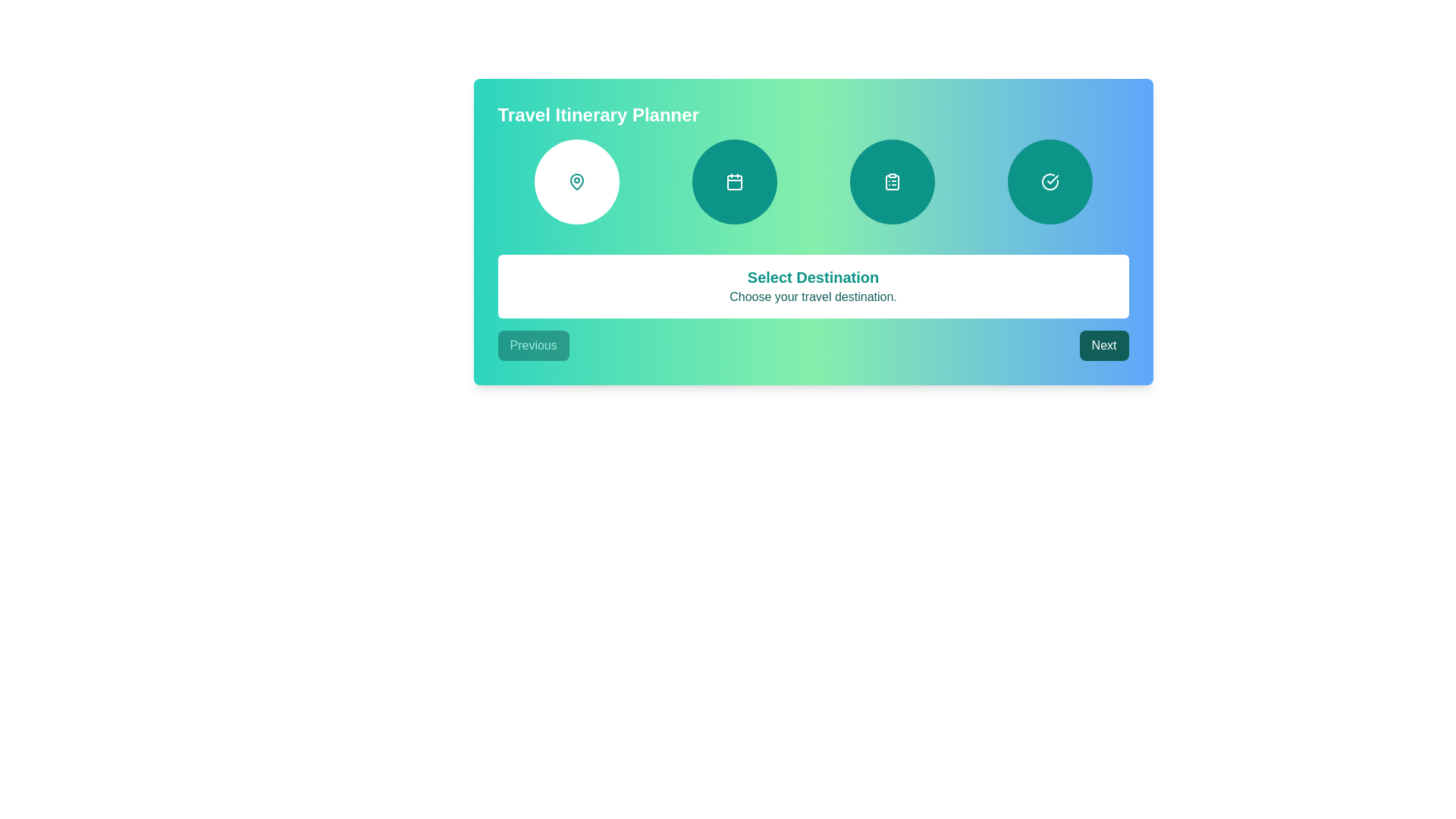 The width and height of the screenshot is (1456, 819). I want to click on the location selection icon, which is the first icon from the left in a group of three icons at the top center of the interface, so click(576, 180).